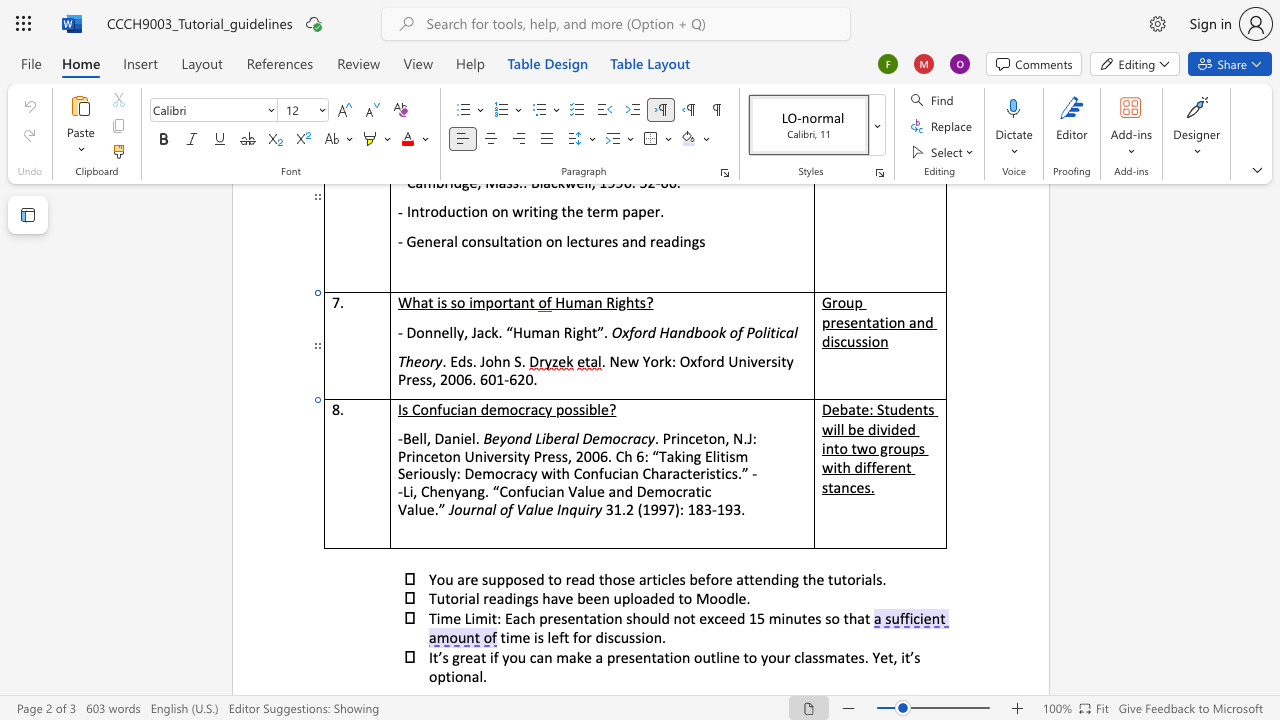 The image size is (1280, 720). I want to click on the space between the continuous character "1" and "." in the text, so click(619, 508).